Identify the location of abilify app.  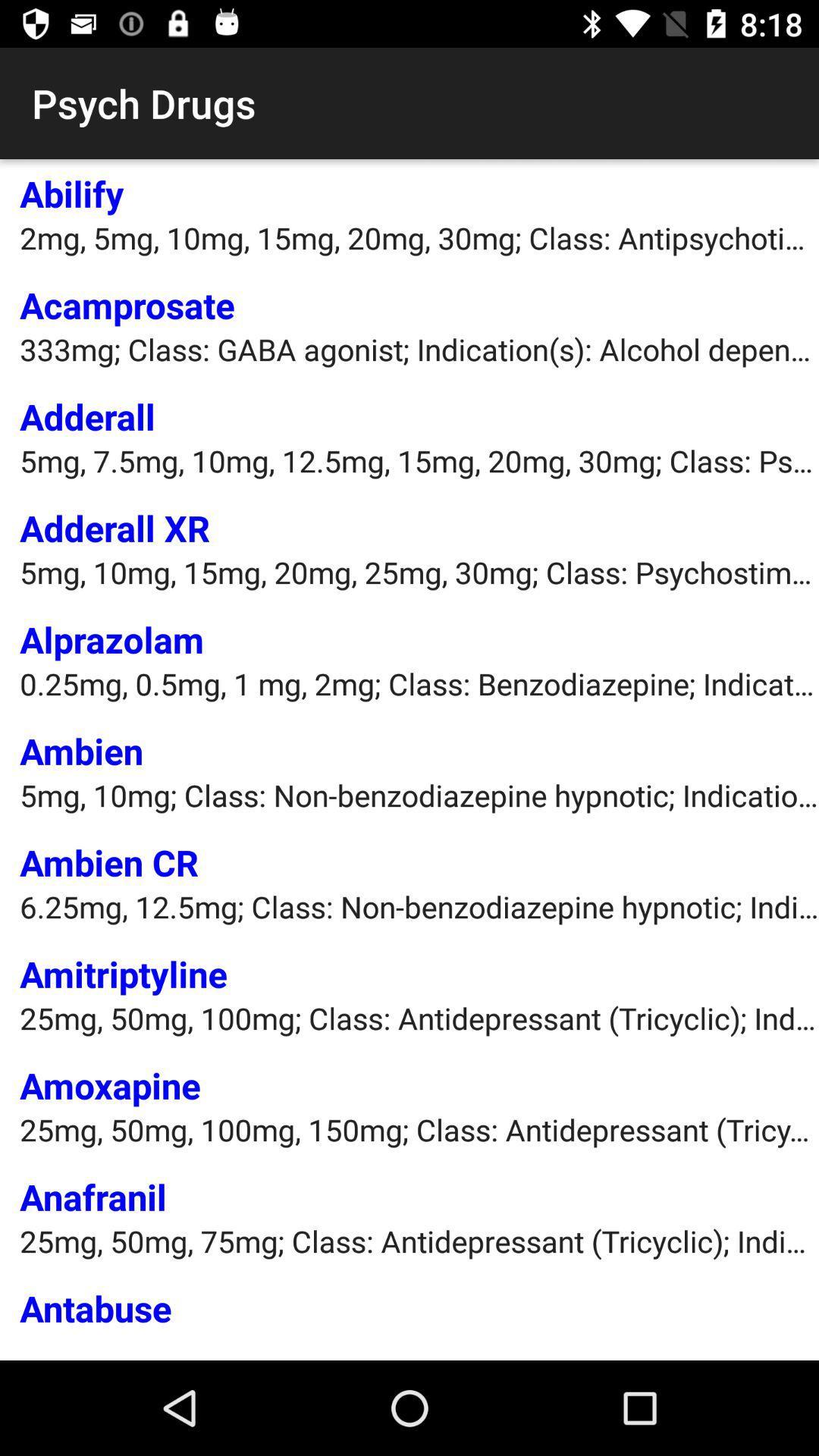
(71, 193).